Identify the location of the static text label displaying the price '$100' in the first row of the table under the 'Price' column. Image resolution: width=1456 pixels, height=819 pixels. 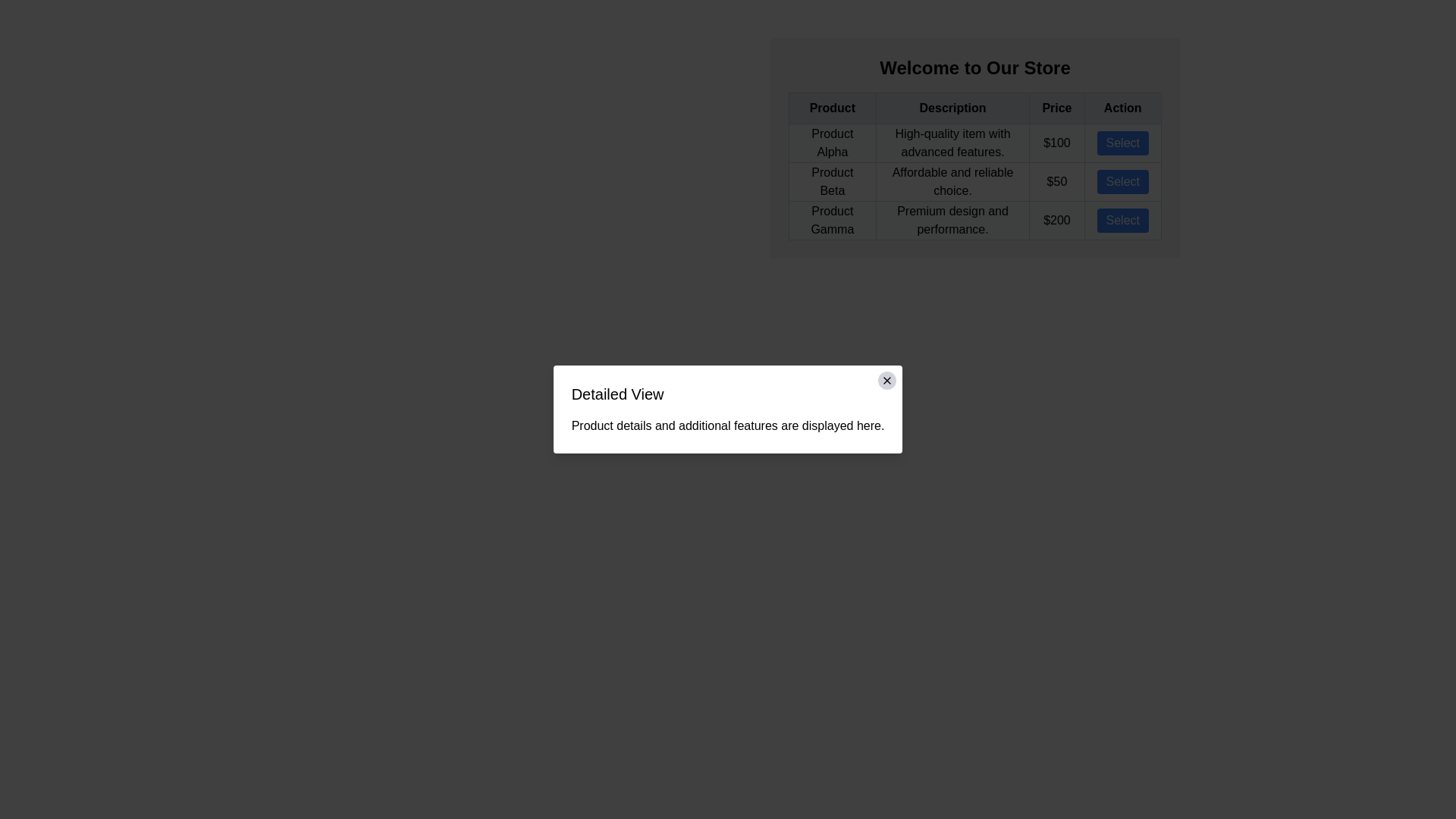
(1056, 143).